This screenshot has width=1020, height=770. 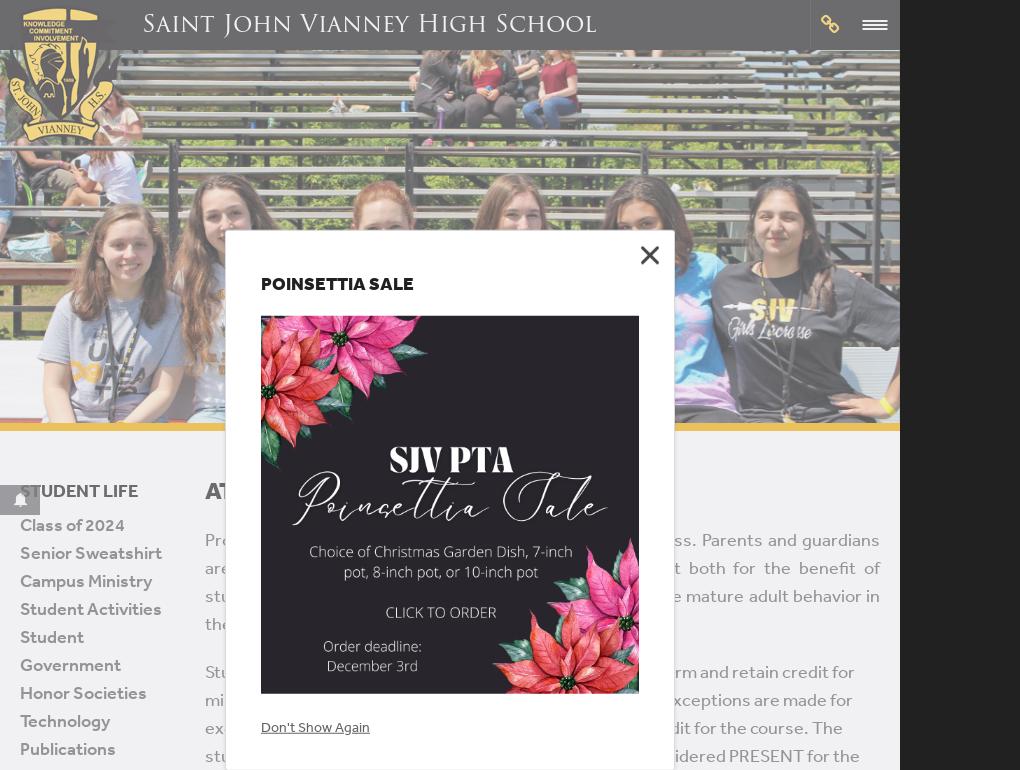 What do you see at coordinates (459, 564) in the screenshot?
I see `'Faculty'` at bounding box center [459, 564].